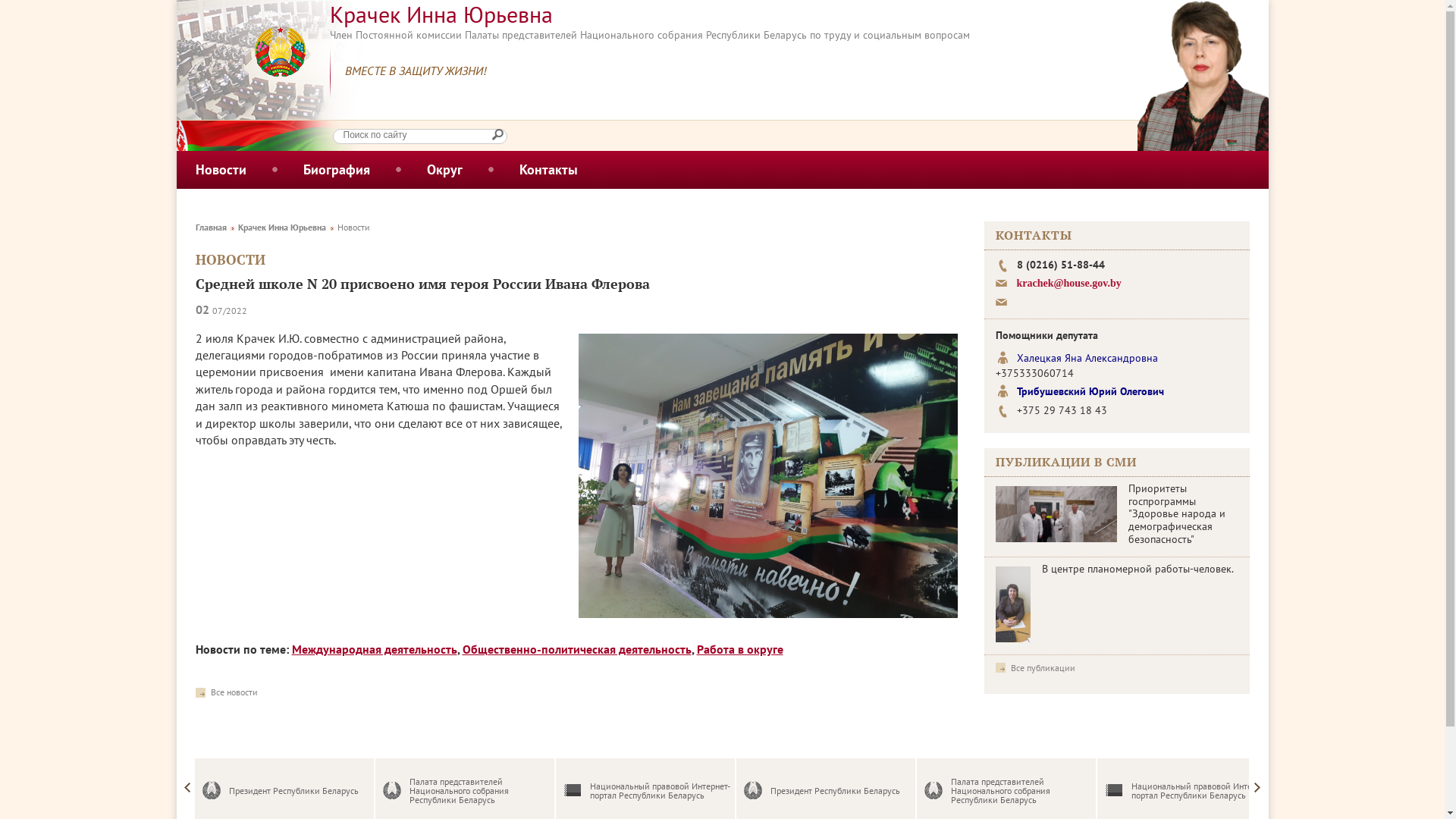 The height and width of the screenshot is (819, 1456). Describe the element at coordinates (1068, 283) in the screenshot. I see `'krachek@house.gov.by'` at that location.